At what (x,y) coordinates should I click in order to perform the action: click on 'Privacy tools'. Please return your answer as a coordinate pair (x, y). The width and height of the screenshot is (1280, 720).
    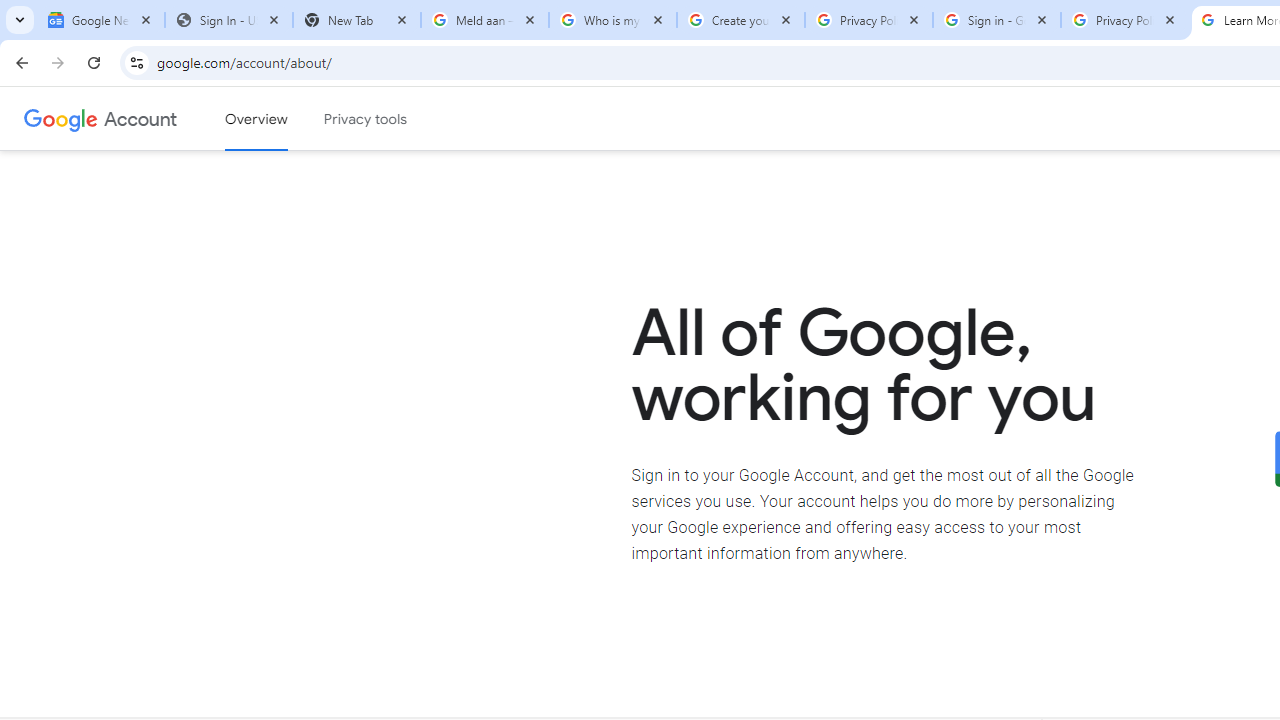
    Looking at the image, I should click on (366, 119).